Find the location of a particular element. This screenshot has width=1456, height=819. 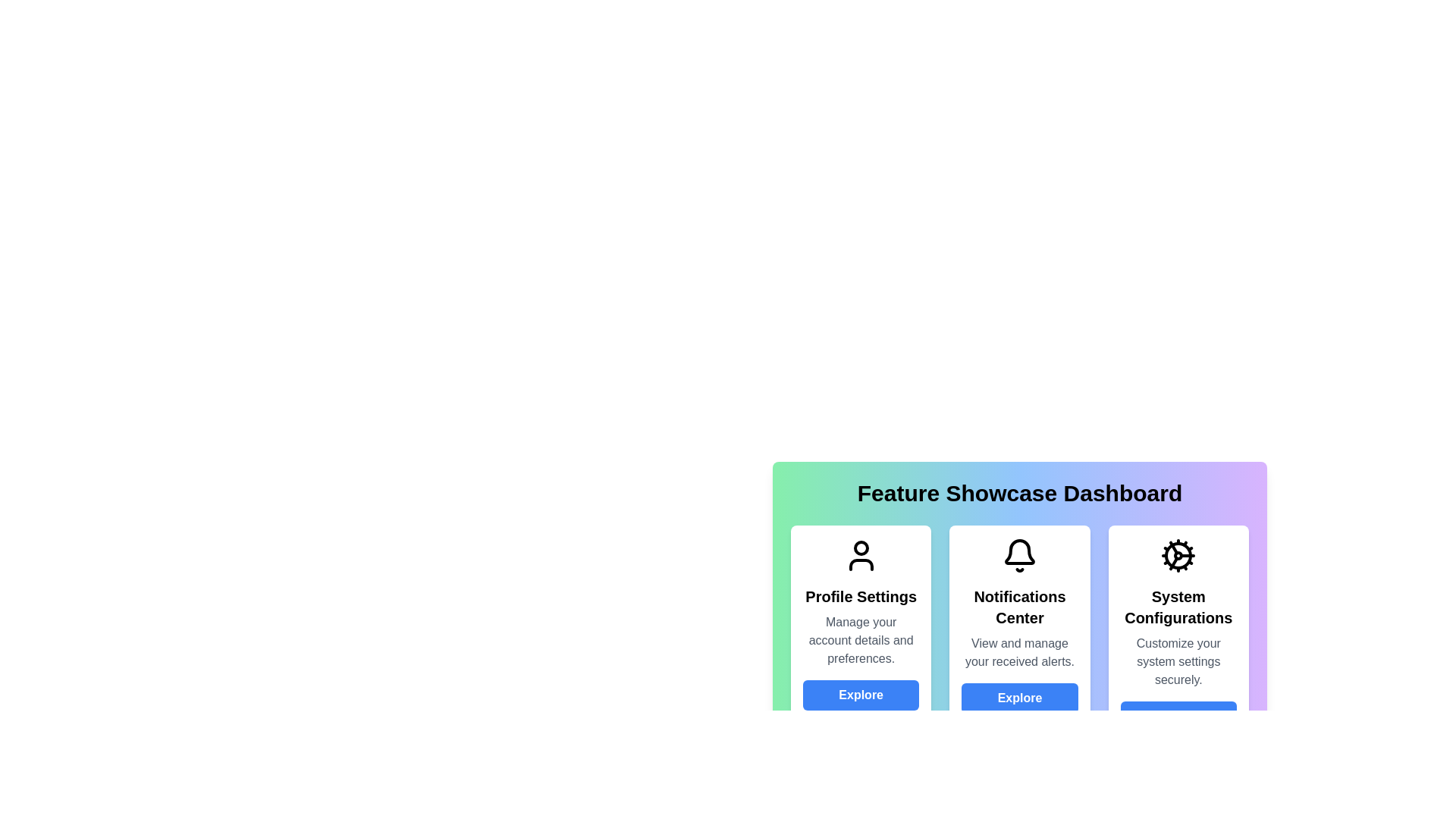

the notifications icon located at the top center of the Notifications Center card, which serves as the visual indicator for notifications and alerts is located at coordinates (1019, 555).